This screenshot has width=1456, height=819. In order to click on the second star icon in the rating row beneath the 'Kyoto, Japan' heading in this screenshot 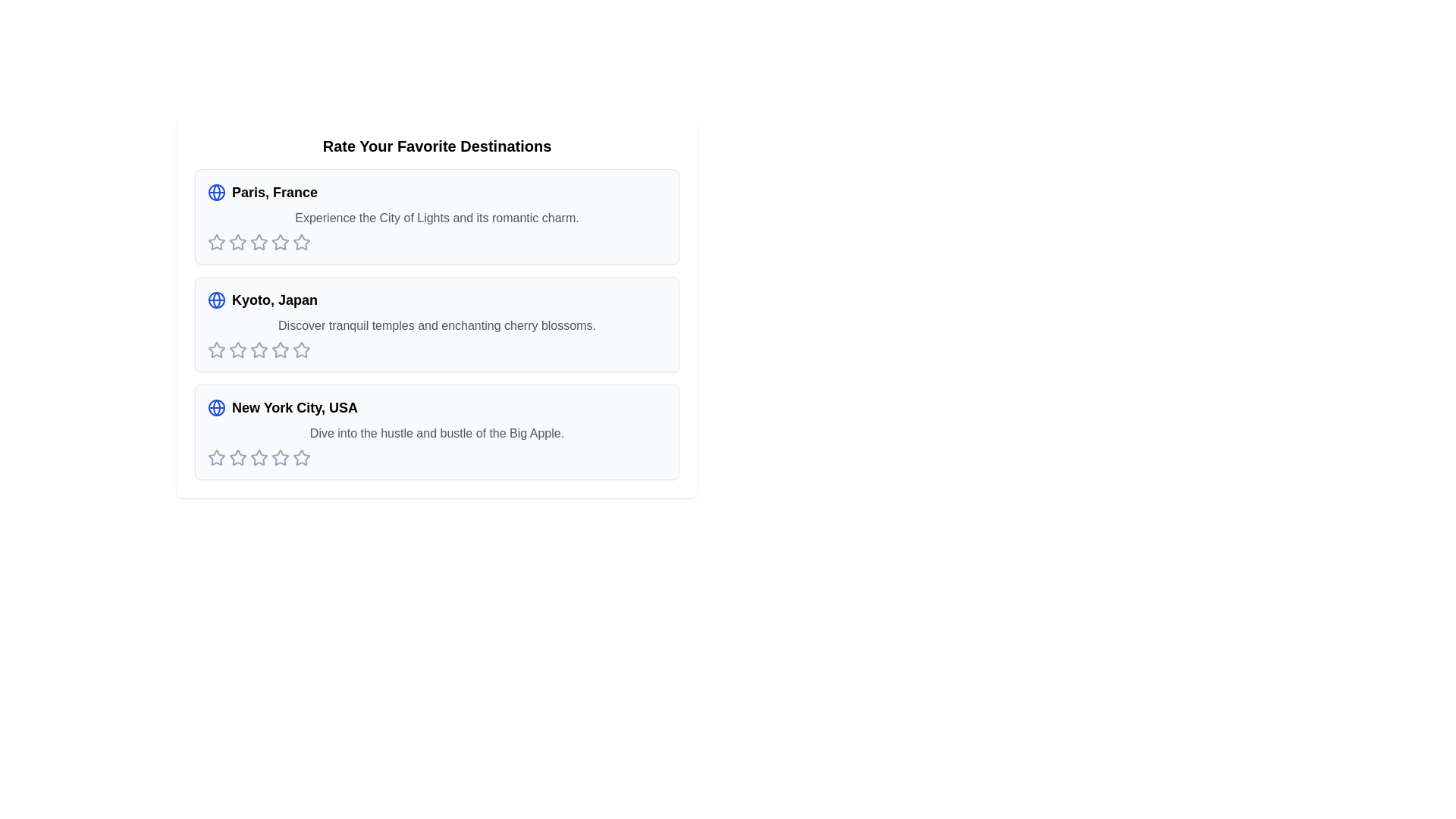, I will do `click(259, 350)`.